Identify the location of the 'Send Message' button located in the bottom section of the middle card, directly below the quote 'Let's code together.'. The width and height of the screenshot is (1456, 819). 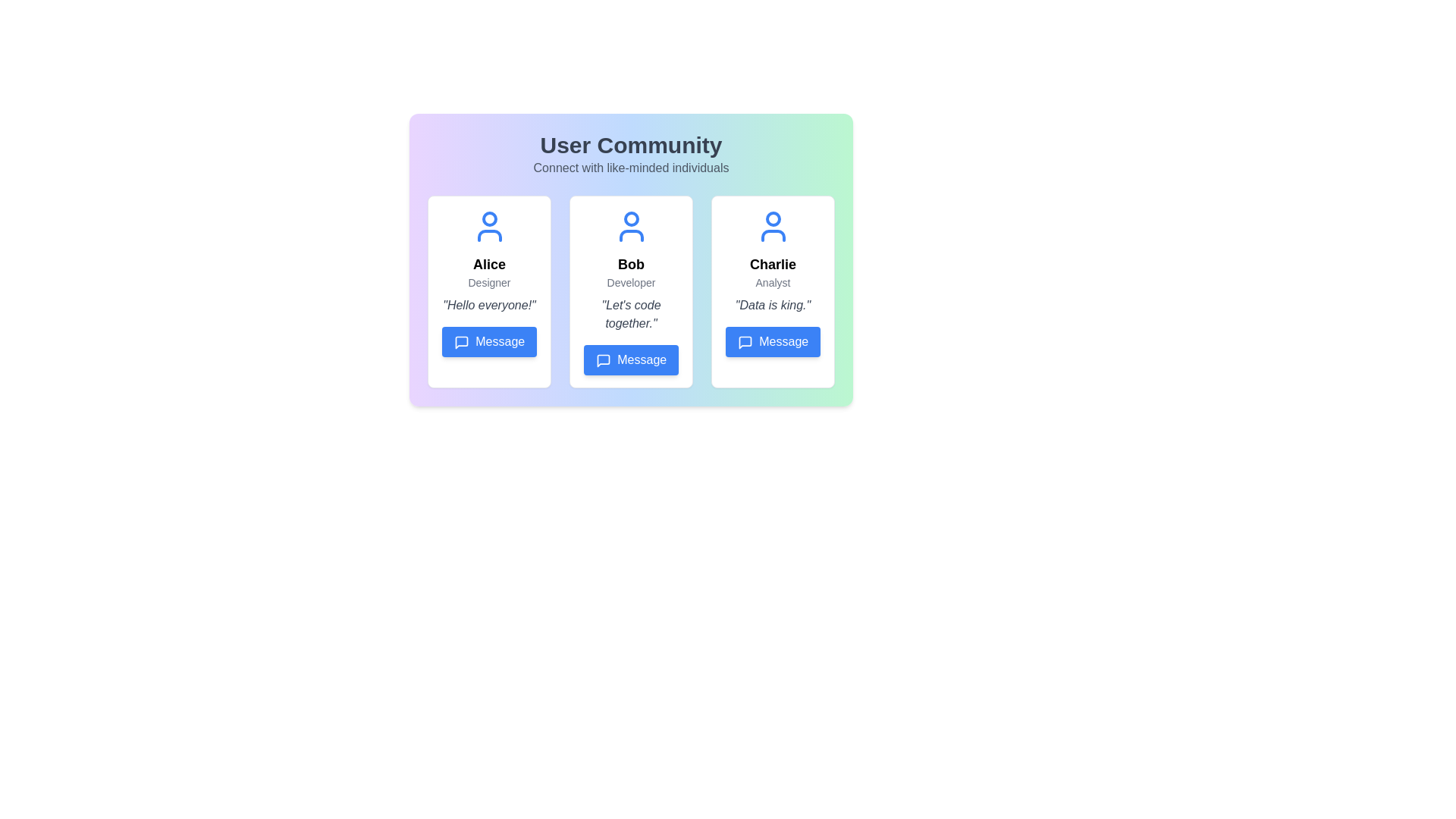
(631, 359).